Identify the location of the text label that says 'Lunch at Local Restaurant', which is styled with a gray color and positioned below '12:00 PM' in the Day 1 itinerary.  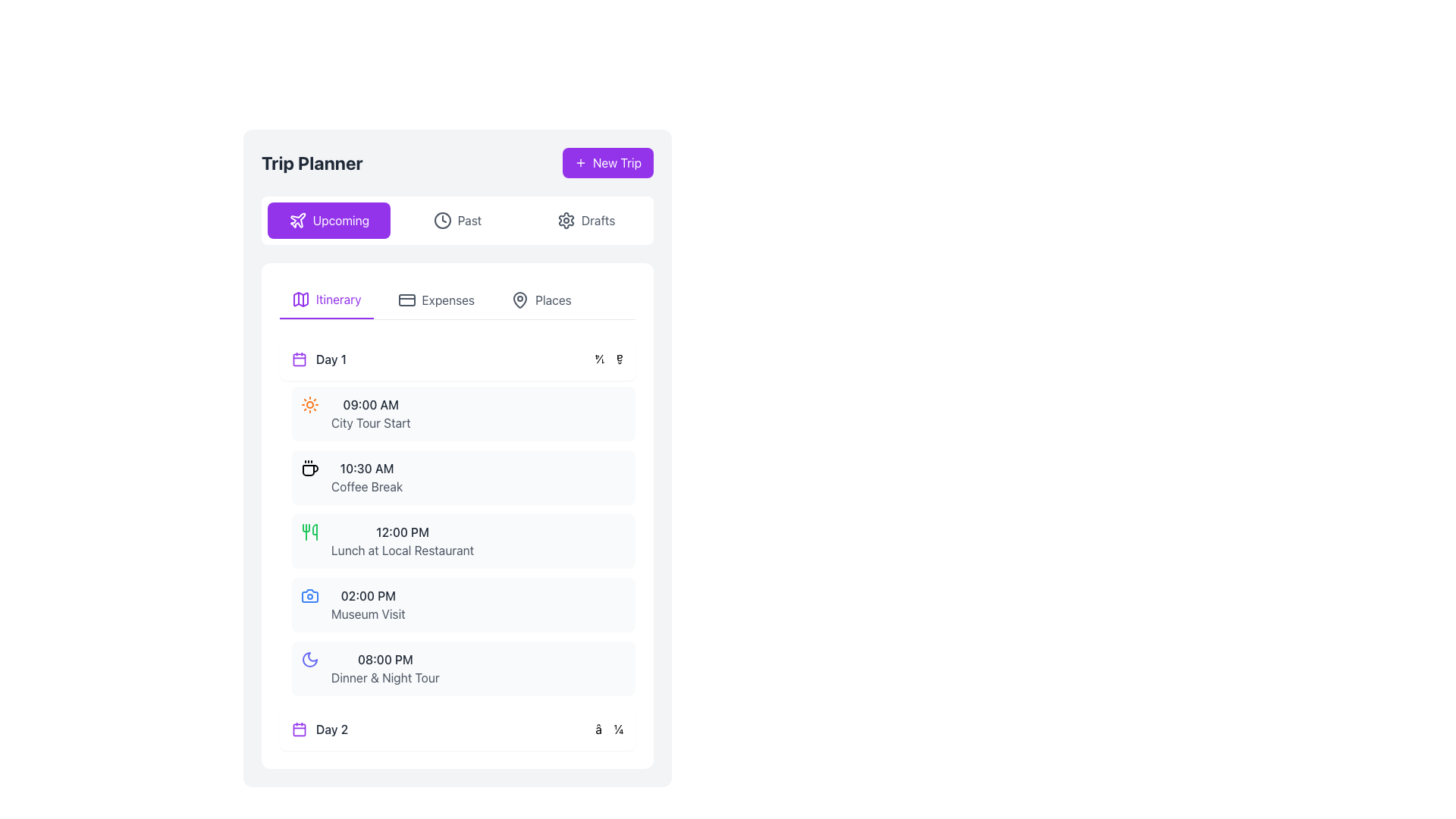
(403, 550).